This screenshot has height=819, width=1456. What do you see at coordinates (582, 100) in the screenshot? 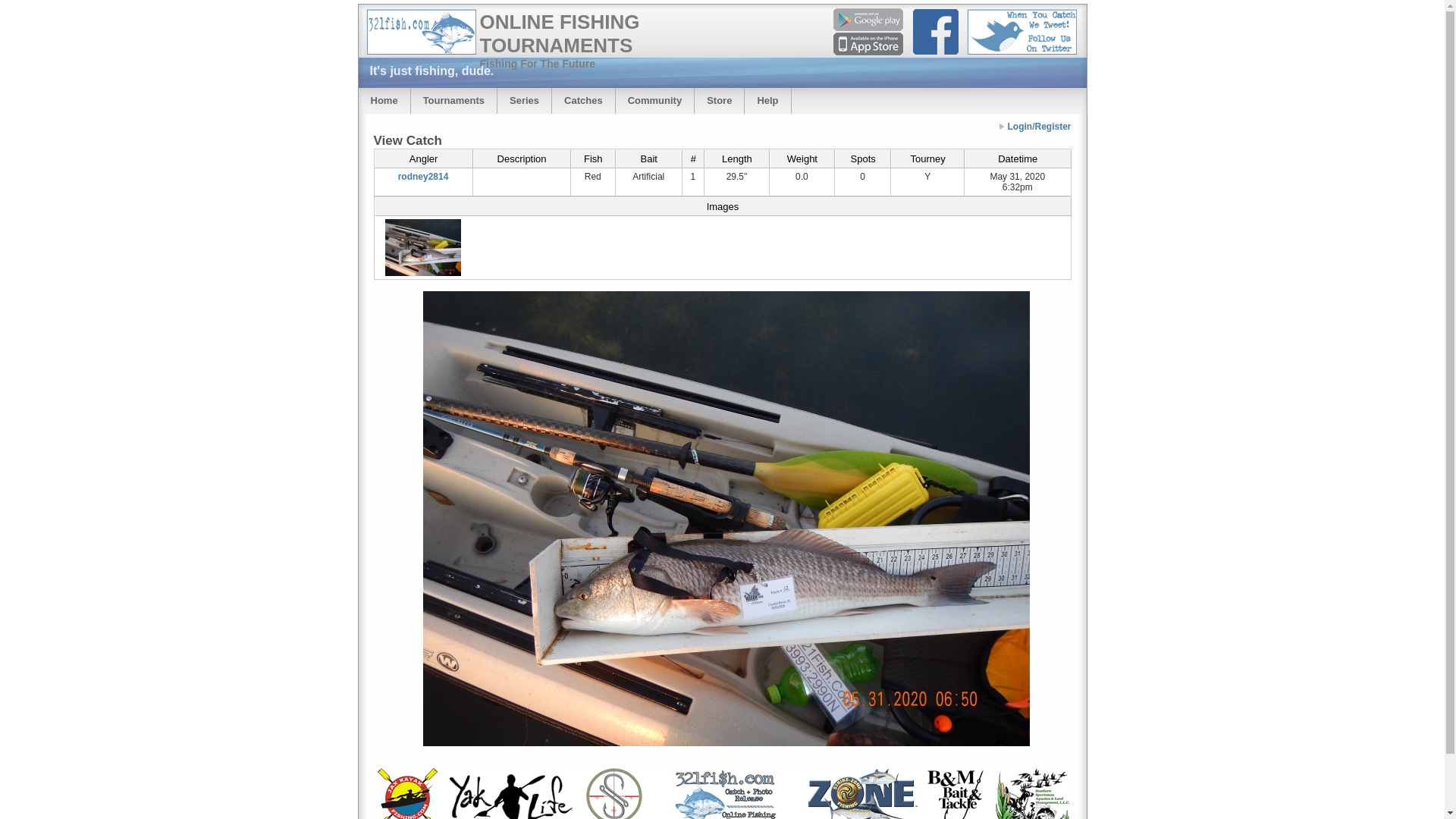
I see `'Catches'` at bounding box center [582, 100].